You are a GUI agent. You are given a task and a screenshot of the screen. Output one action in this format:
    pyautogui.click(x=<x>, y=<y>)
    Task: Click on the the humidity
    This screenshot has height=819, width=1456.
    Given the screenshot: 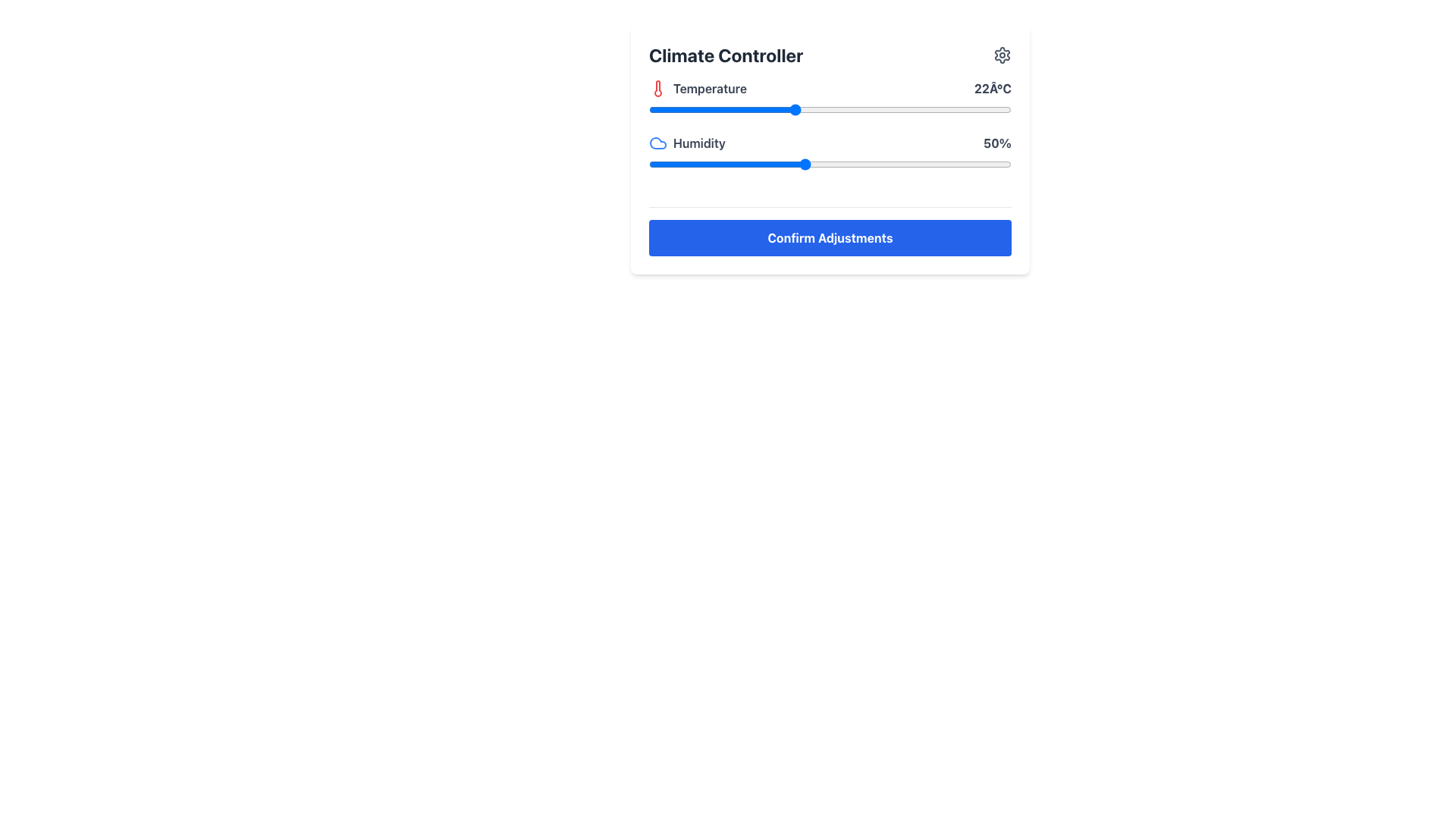 What is the action you would take?
    pyautogui.click(x=892, y=164)
    